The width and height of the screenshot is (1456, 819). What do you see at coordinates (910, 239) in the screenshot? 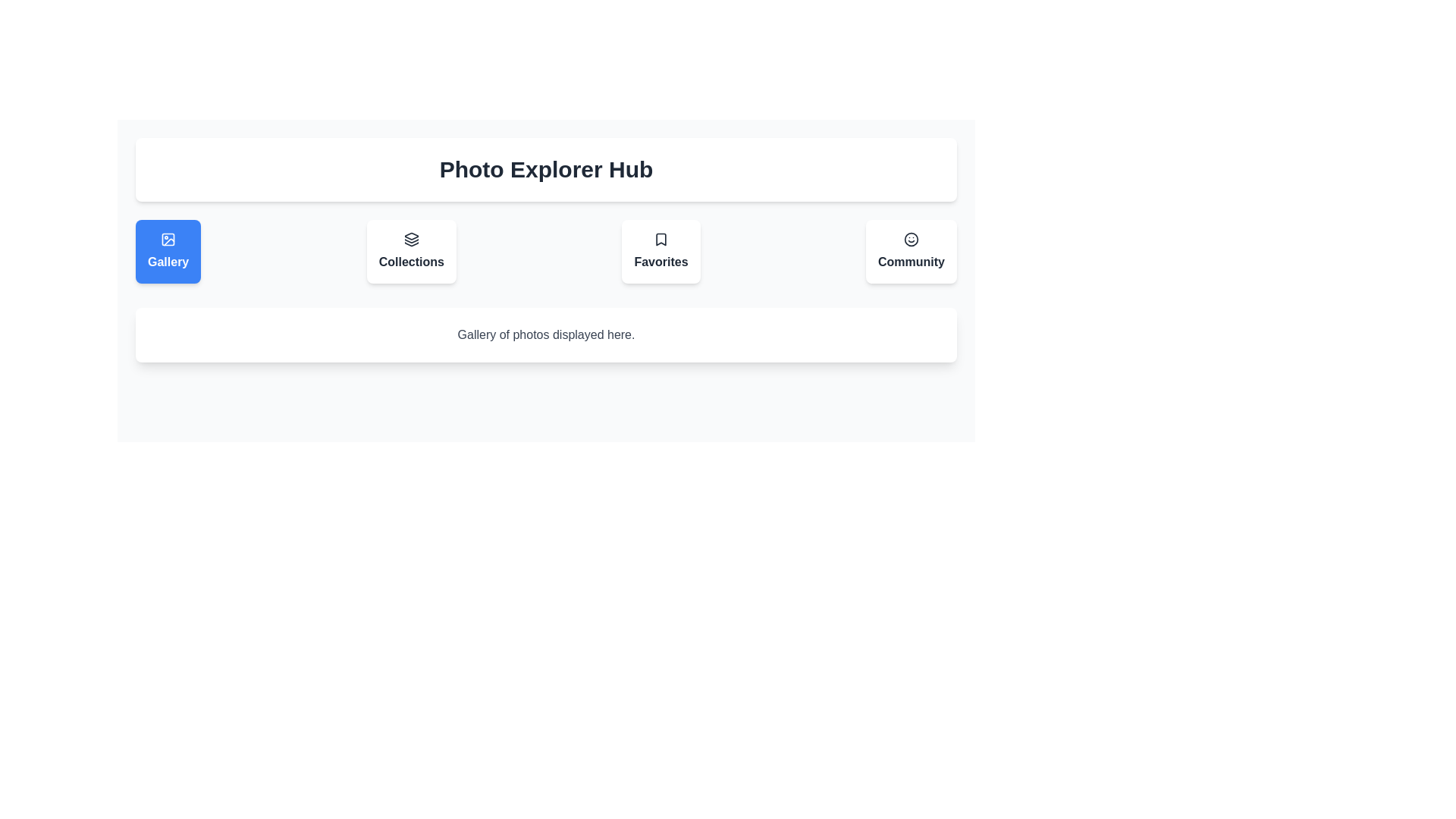
I see `the 'Community' button icon located at the top center of the button, which serves to identify this section` at bounding box center [910, 239].